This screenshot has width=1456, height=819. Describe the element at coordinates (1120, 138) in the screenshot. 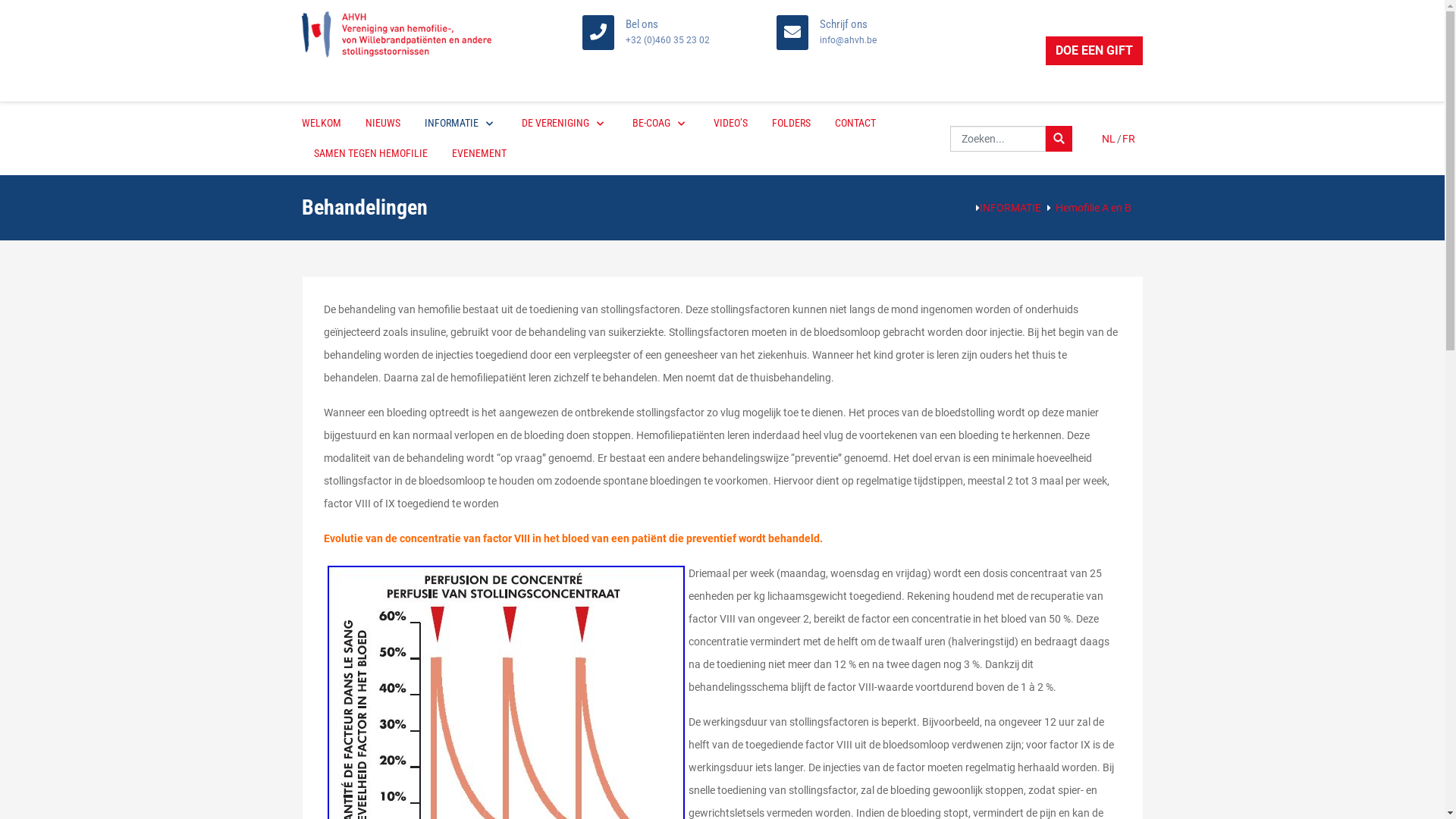

I see `'FR'` at that location.